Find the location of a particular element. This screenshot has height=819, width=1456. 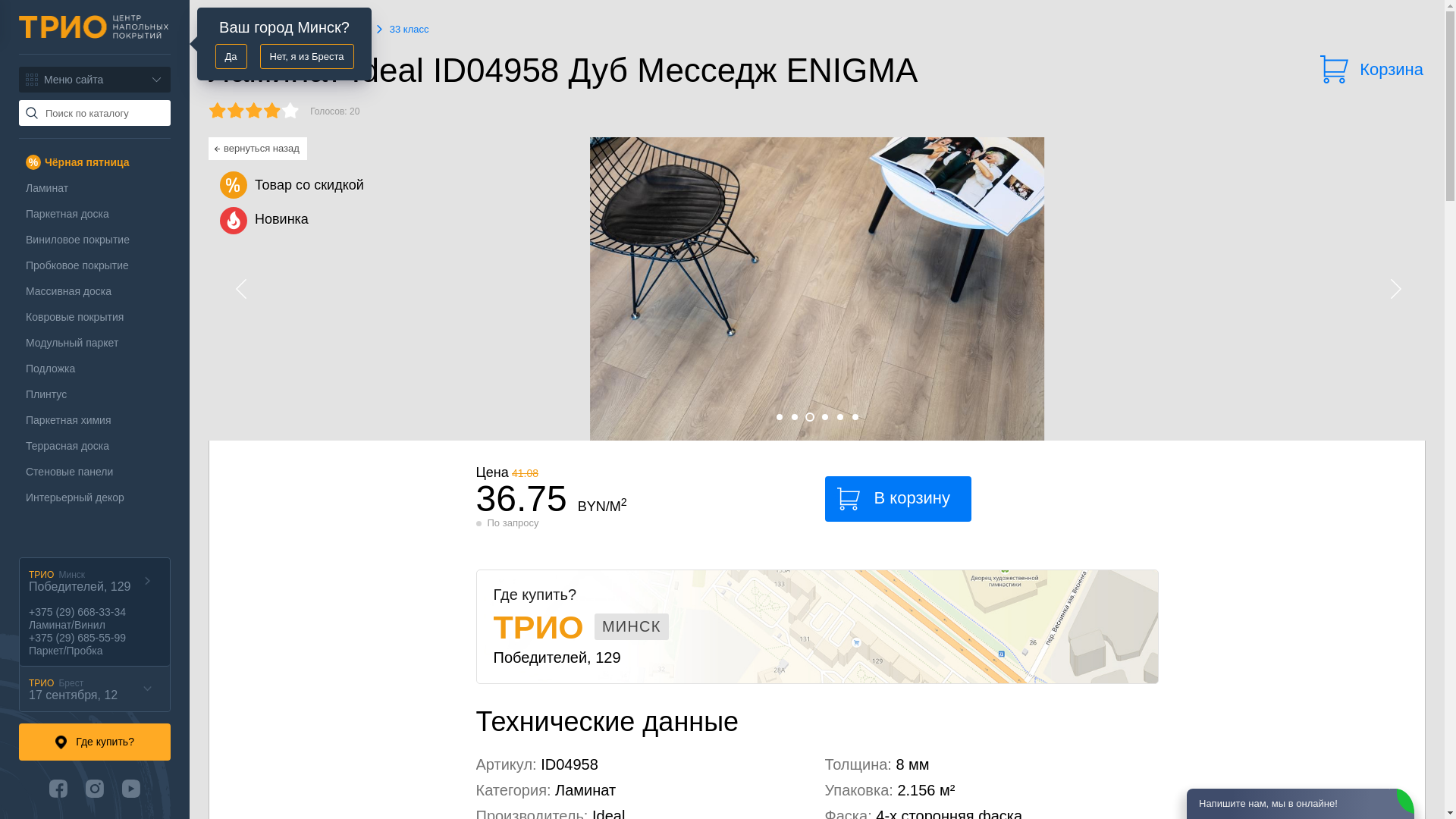

'TrioPol' is located at coordinates (93, 27).